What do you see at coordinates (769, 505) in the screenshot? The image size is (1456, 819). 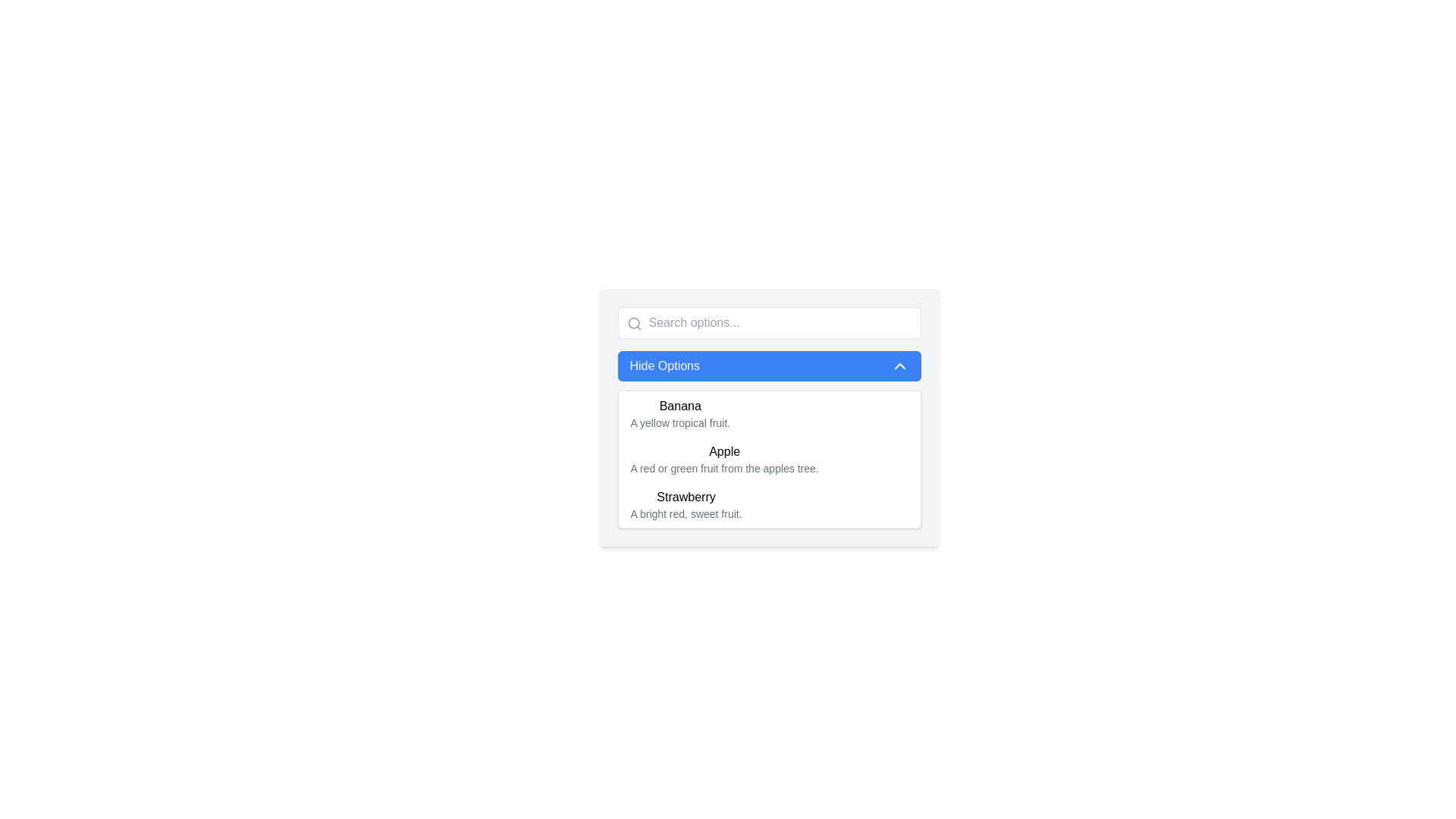 I see `the selectable option 'Strawberry' in the dropdown menu` at bounding box center [769, 505].